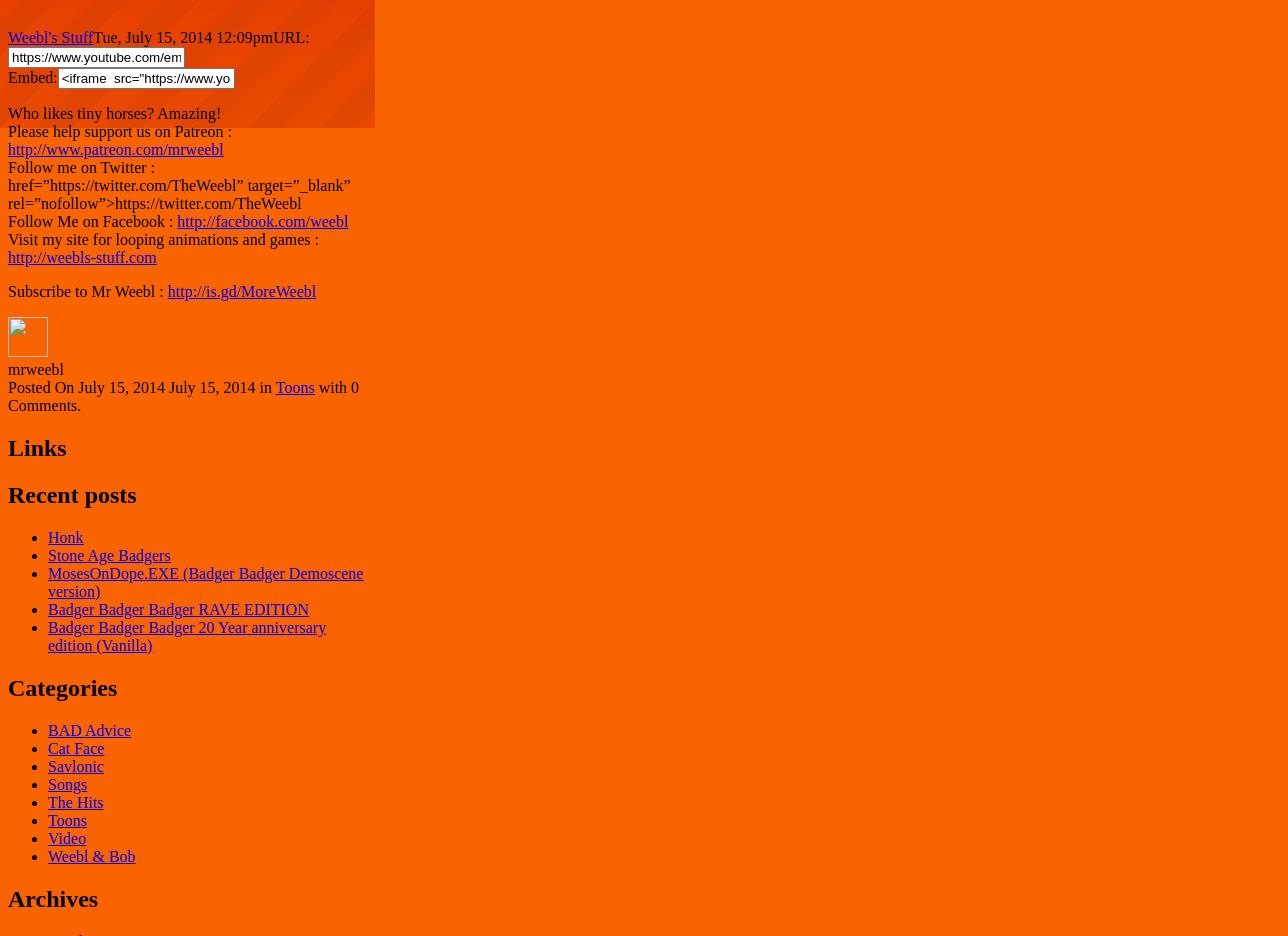  What do you see at coordinates (82, 256) in the screenshot?
I see `'http://weebls-stuff.com'` at bounding box center [82, 256].